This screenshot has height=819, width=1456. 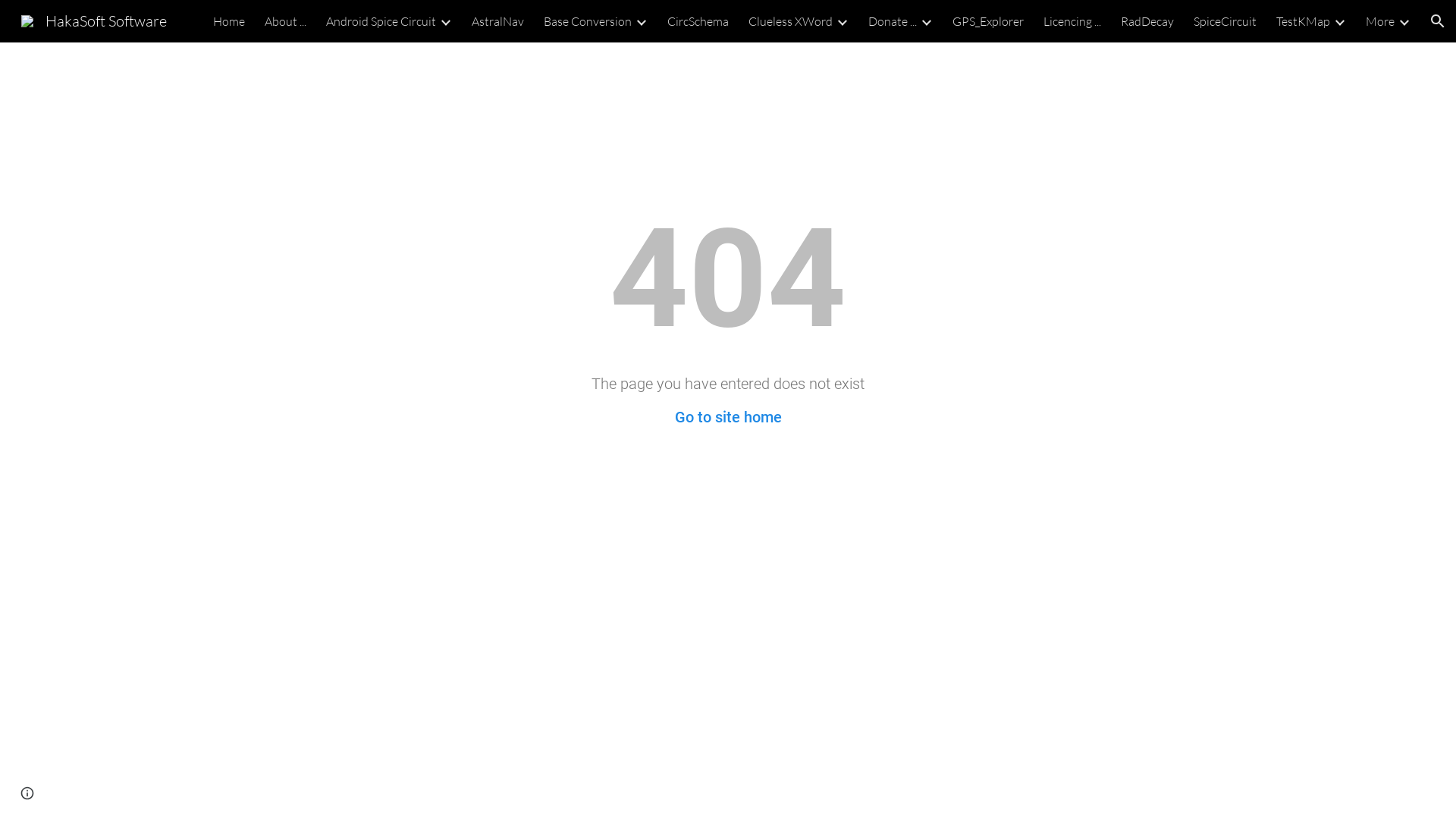 I want to click on 'Clueless XWord', so click(x=789, y=20).